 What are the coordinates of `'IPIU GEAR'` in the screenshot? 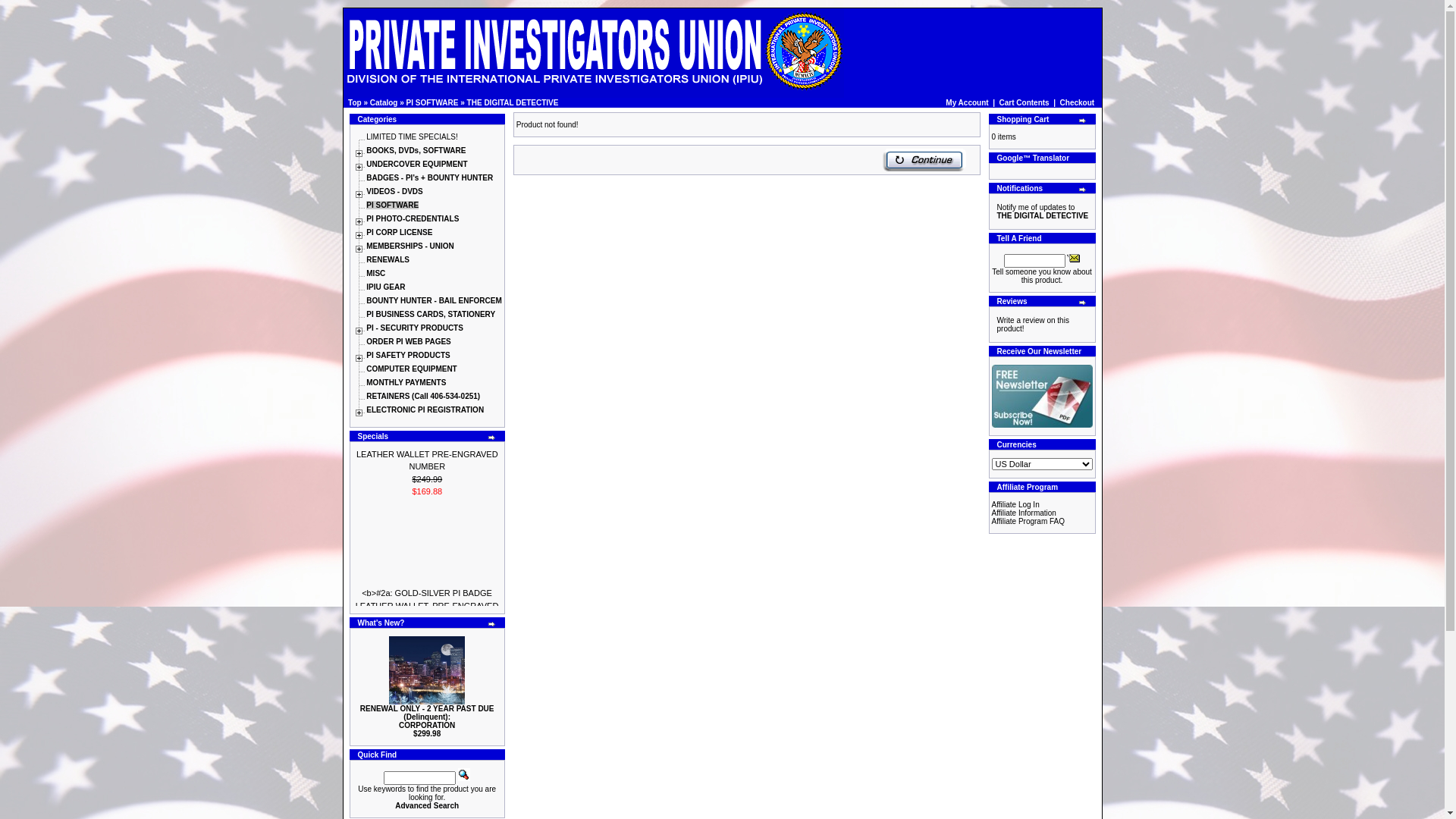 It's located at (366, 287).